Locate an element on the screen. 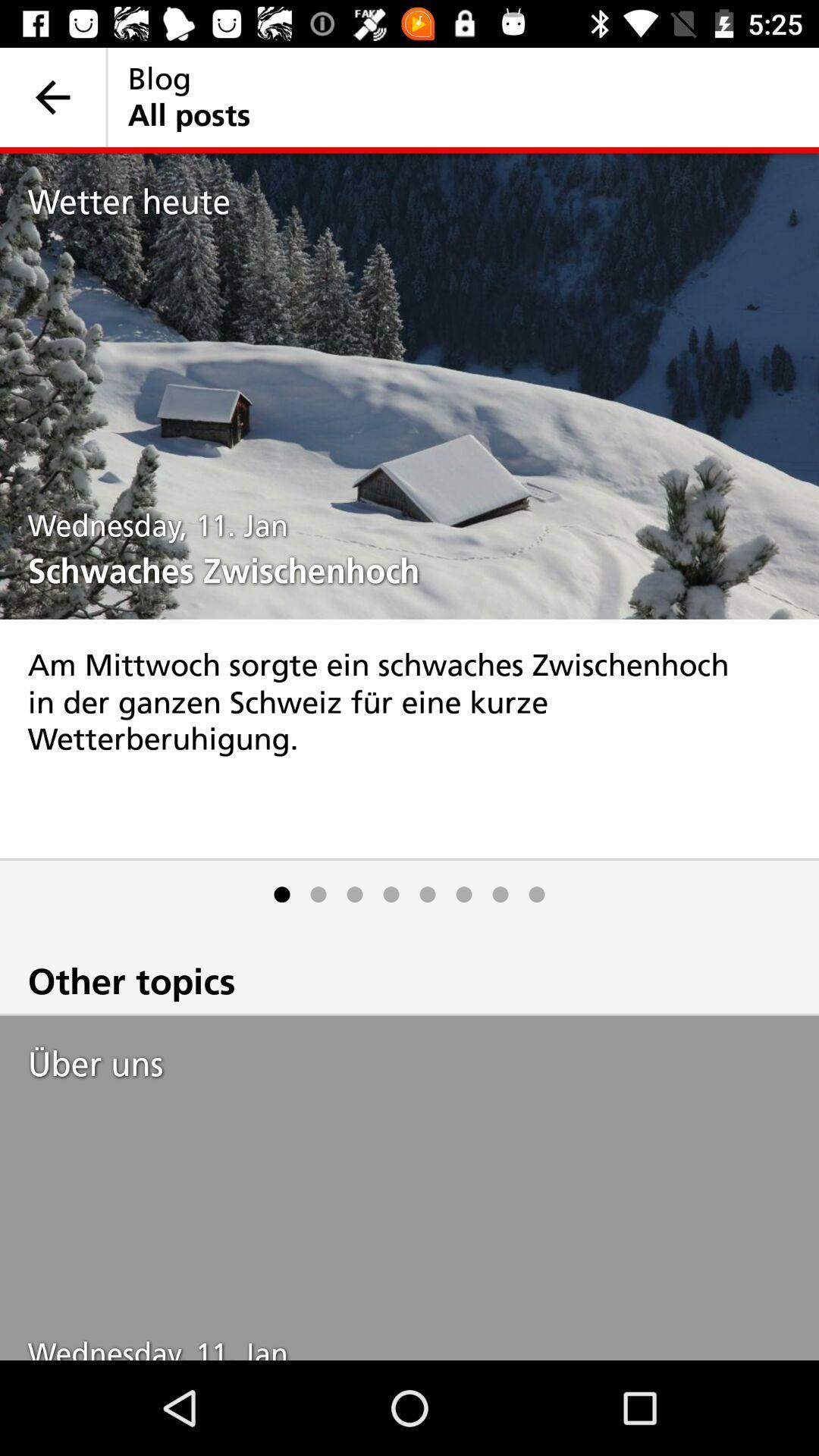 This screenshot has width=819, height=1456. wetter heute icon is located at coordinates (423, 201).